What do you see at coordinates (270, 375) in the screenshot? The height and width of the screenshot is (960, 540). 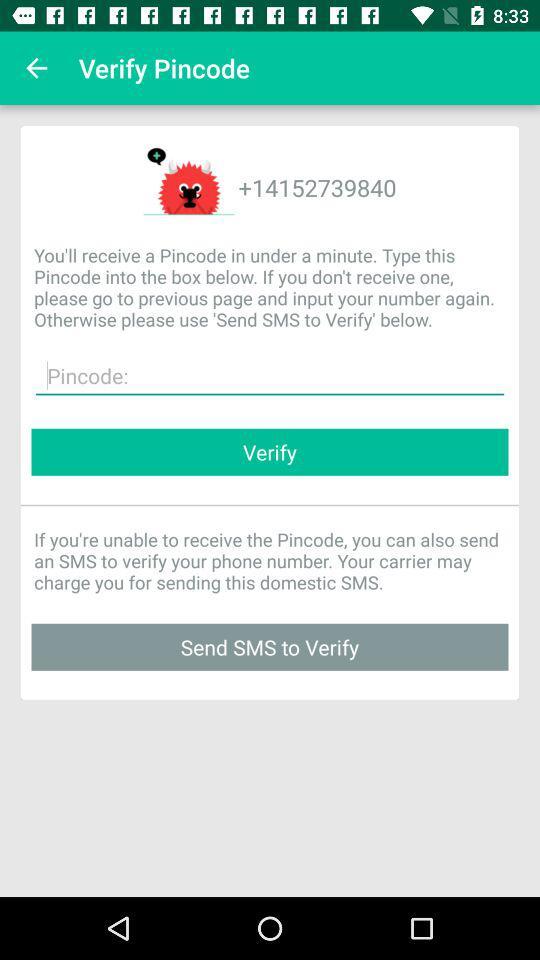 I see `the item below the you ll receive item` at bounding box center [270, 375].